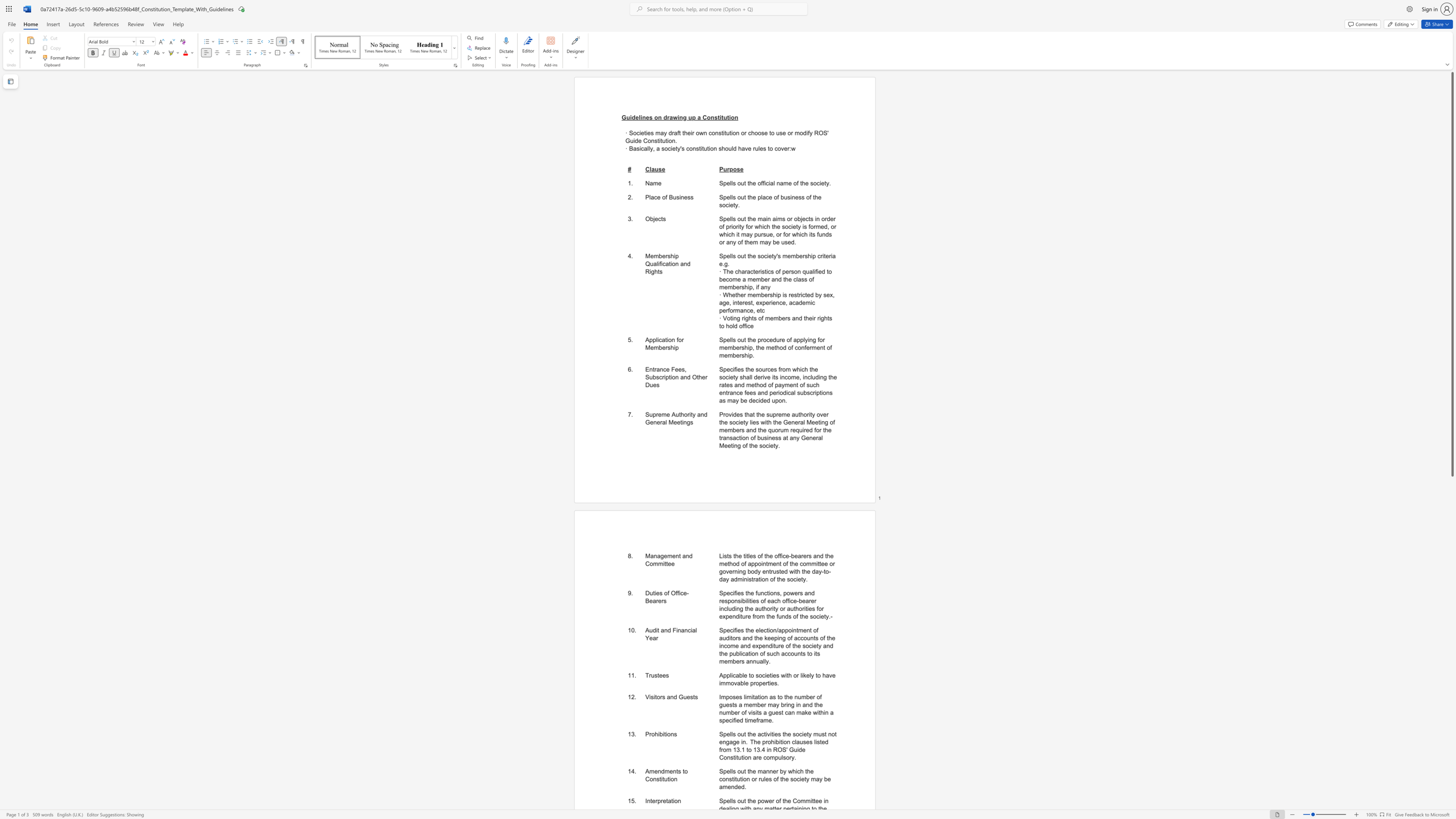 The image size is (1456, 819). I want to click on the scrollbar to move the view down, so click(1451, 777).